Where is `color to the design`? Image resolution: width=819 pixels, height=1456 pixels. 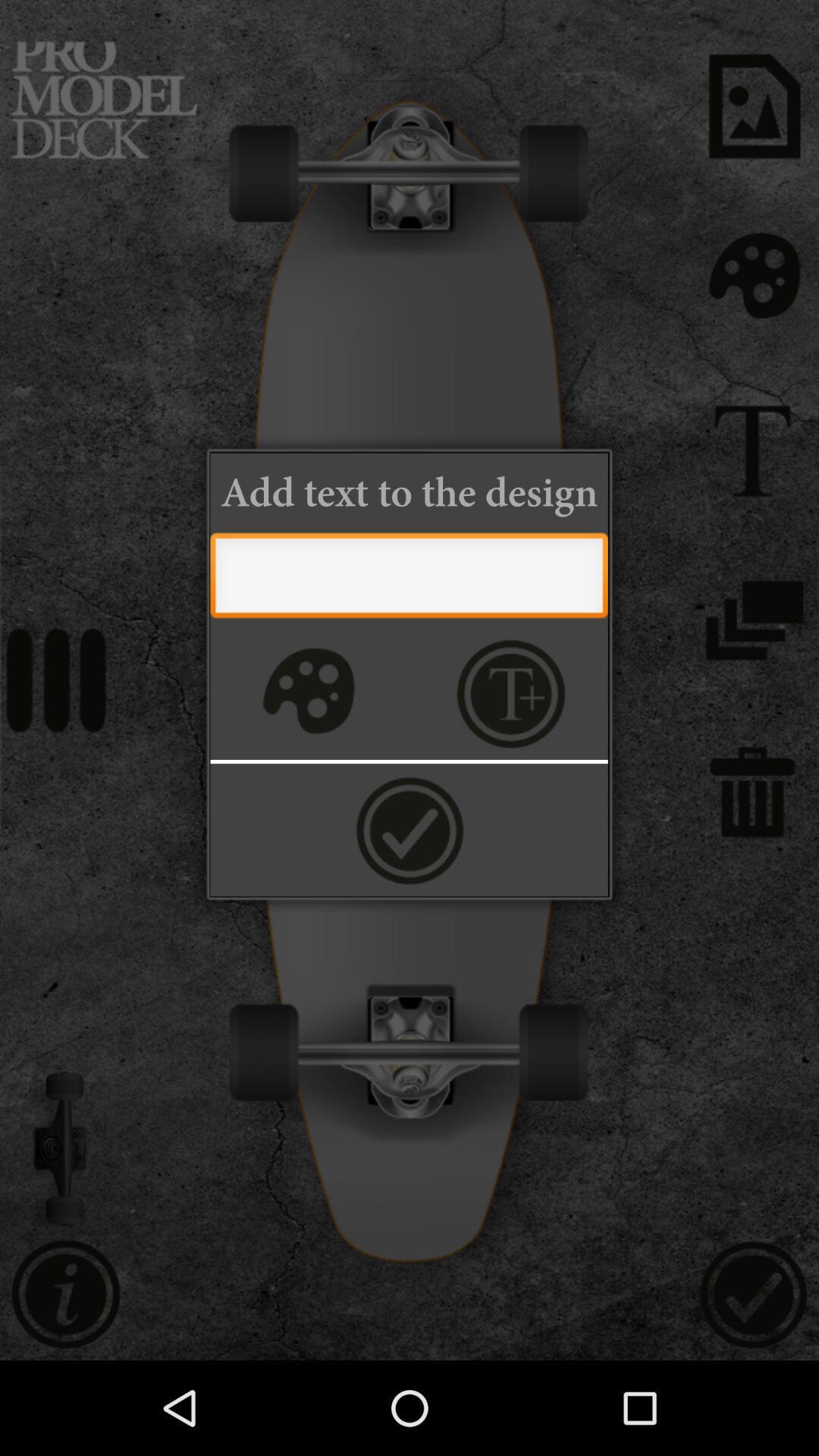
color to the design is located at coordinates (306, 692).